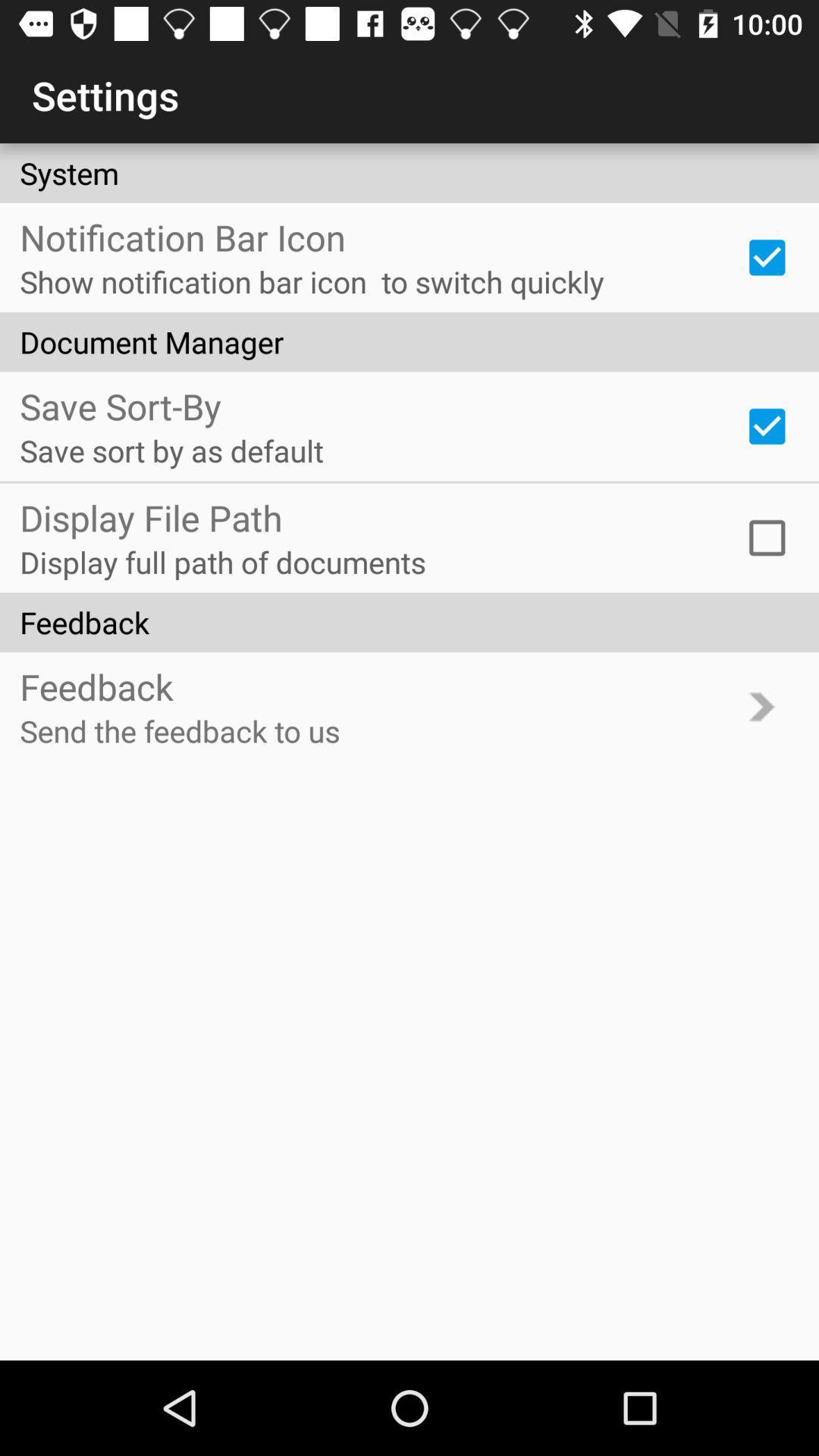 Image resolution: width=819 pixels, height=1456 pixels. What do you see at coordinates (767, 538) in the screenshot?
I see `on` at bounding box center [767, 538].